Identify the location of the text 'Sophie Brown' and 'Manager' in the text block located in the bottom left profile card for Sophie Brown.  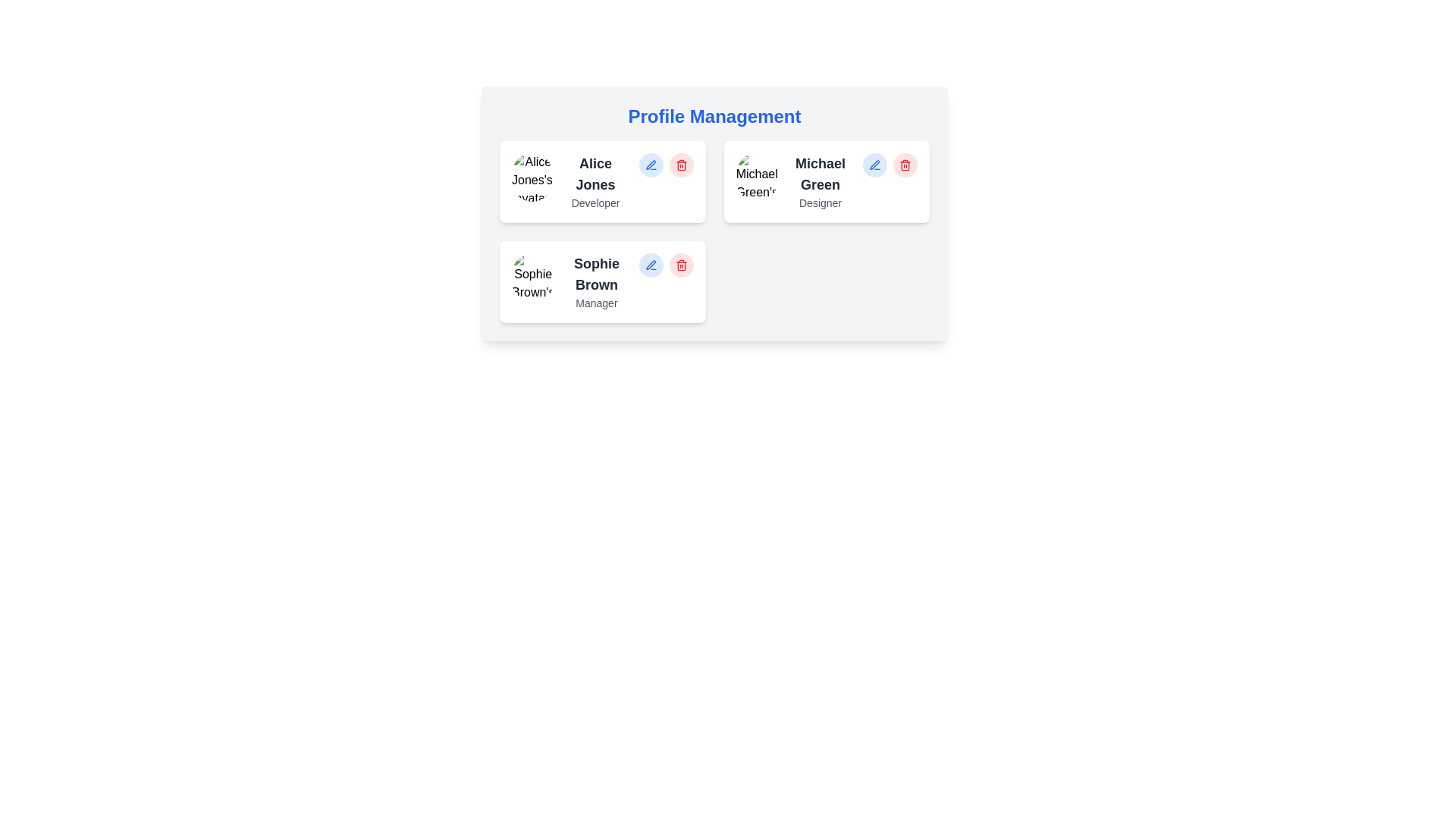
(596, 281).